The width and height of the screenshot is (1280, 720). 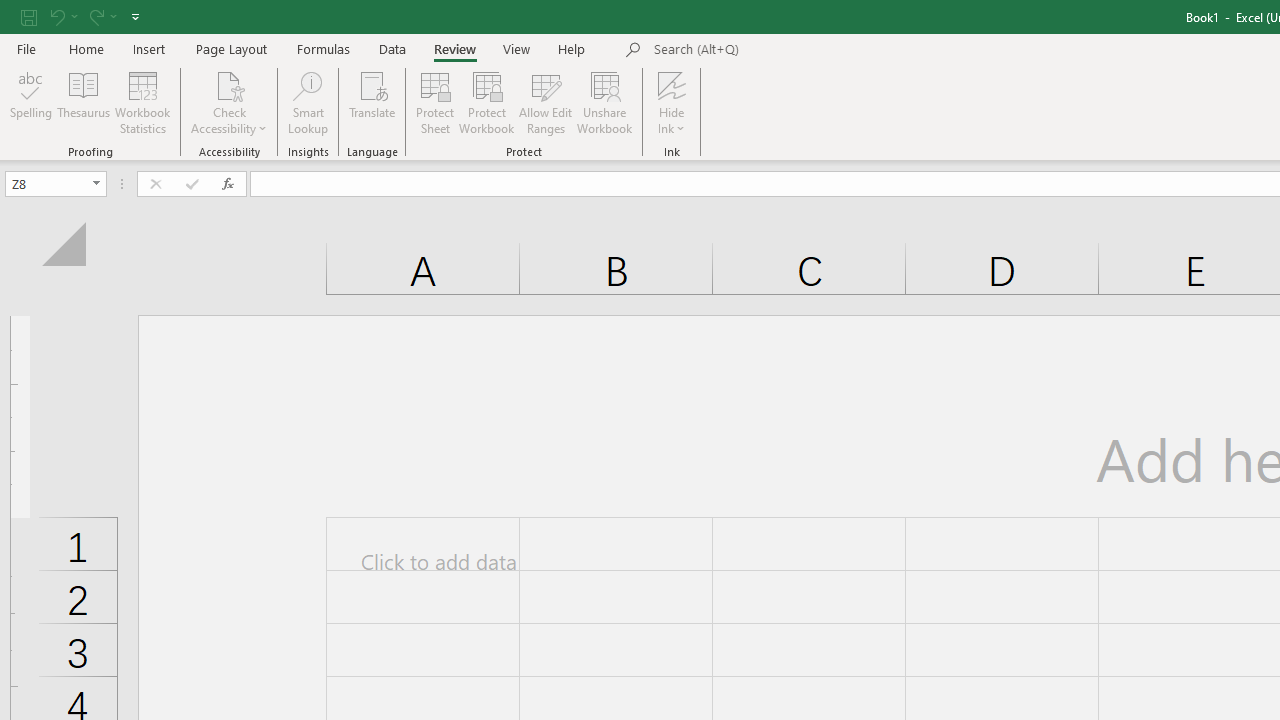 I want to click on 'Formulas', so click(x=323, y=48).